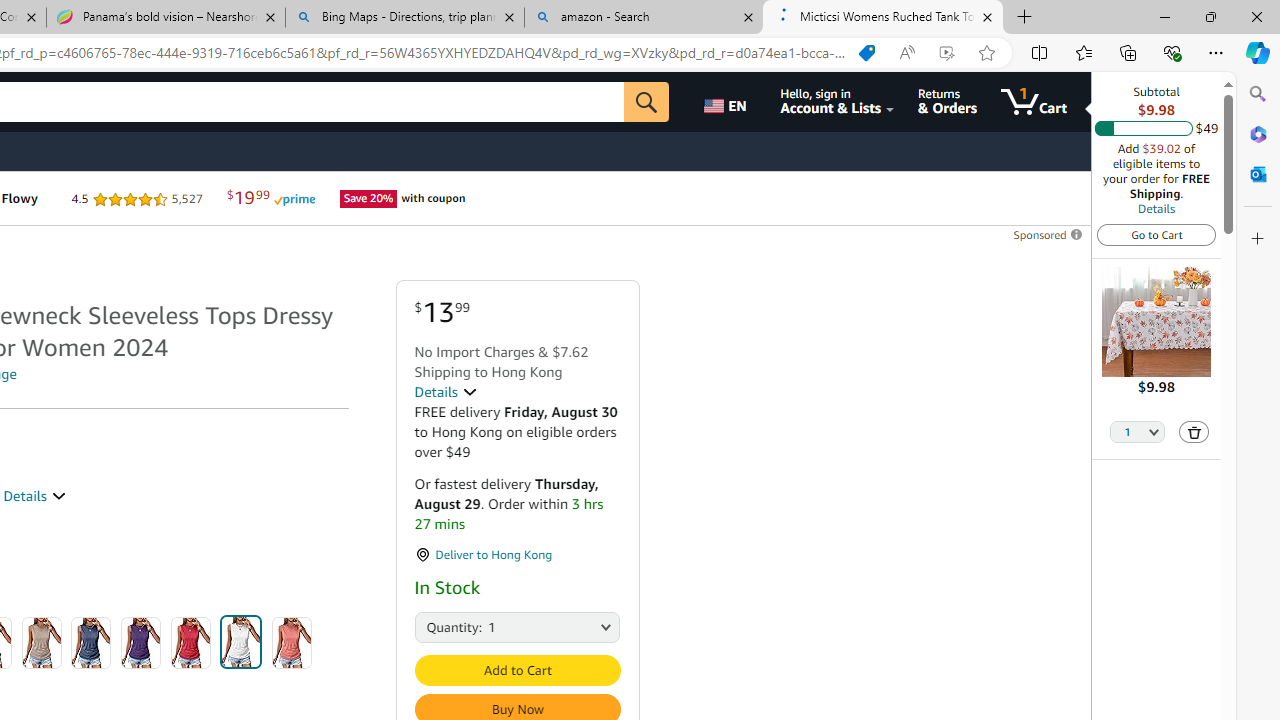 This screenshot has width=1280, height=720. What do you see at coordinates (517, 670) in the screenshot?
I see `'Add to Cart'` at bounding box center [517, 670].